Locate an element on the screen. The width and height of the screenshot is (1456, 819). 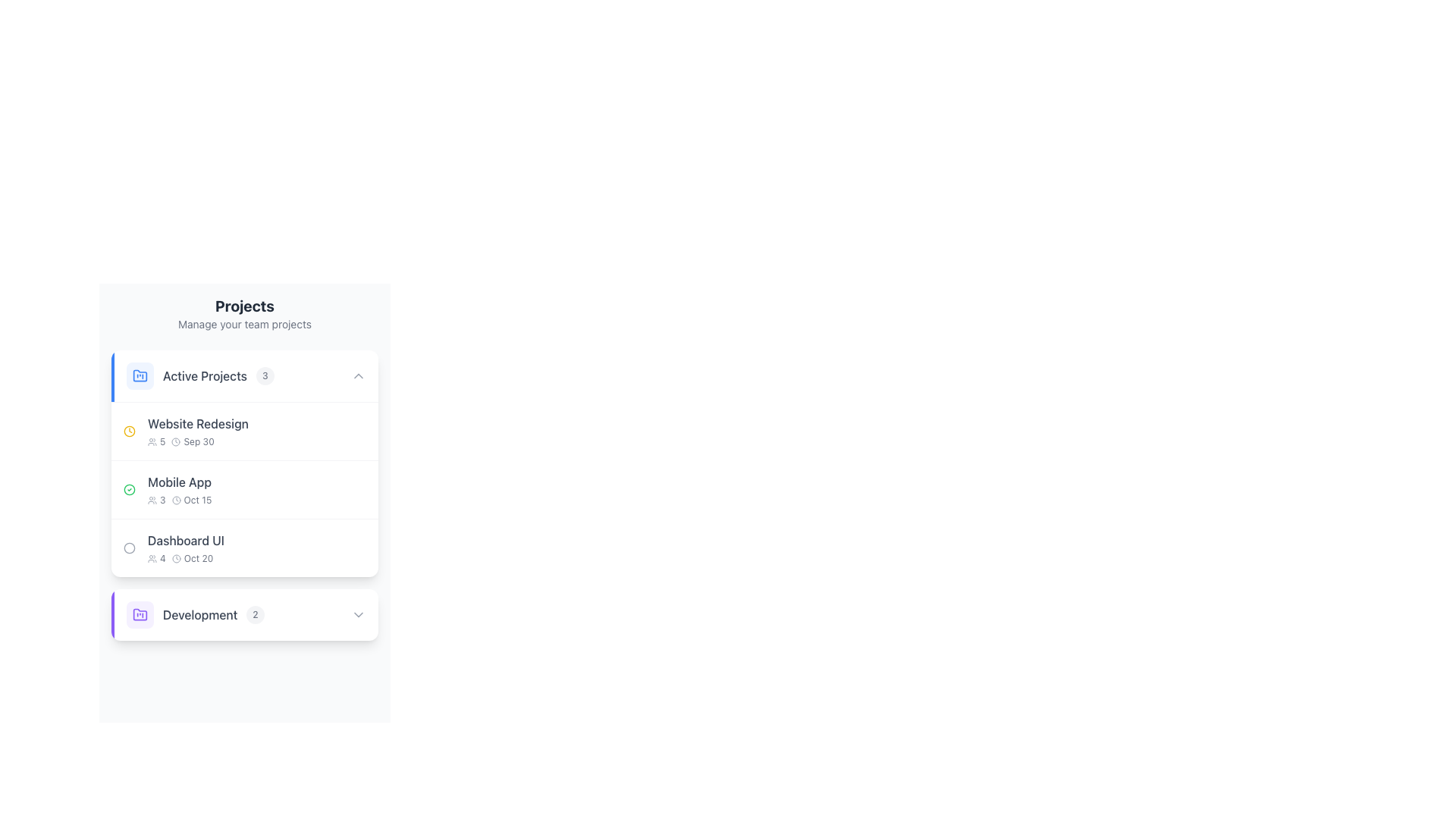
the static informational tag displaying the date indicator located under the 'Mobile App' section, which appears after the number '3' representing participant count is located at coordinates (190, 500).